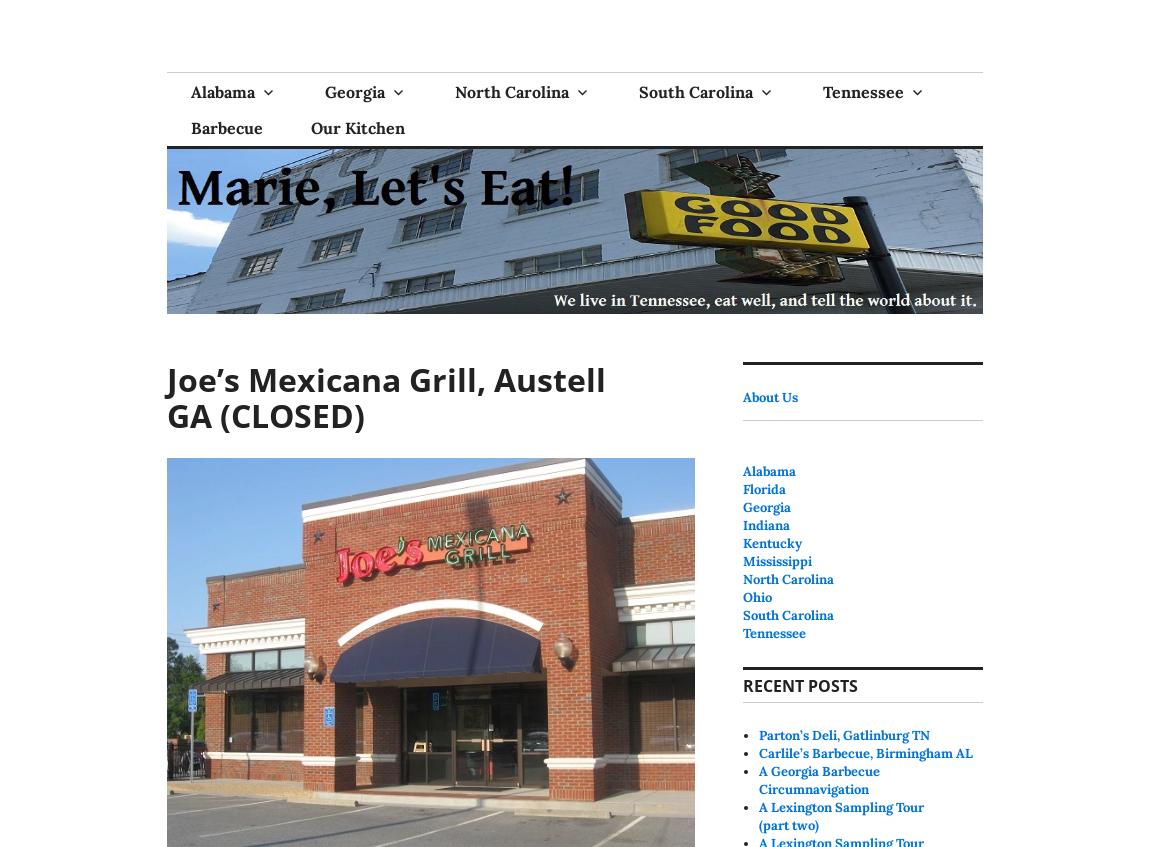  What do you see at coordinates (865, 751) in the screenshot?
I see `'Carlile’s Barbecue, Birmingham AL'` at bounding box center [865, 751].